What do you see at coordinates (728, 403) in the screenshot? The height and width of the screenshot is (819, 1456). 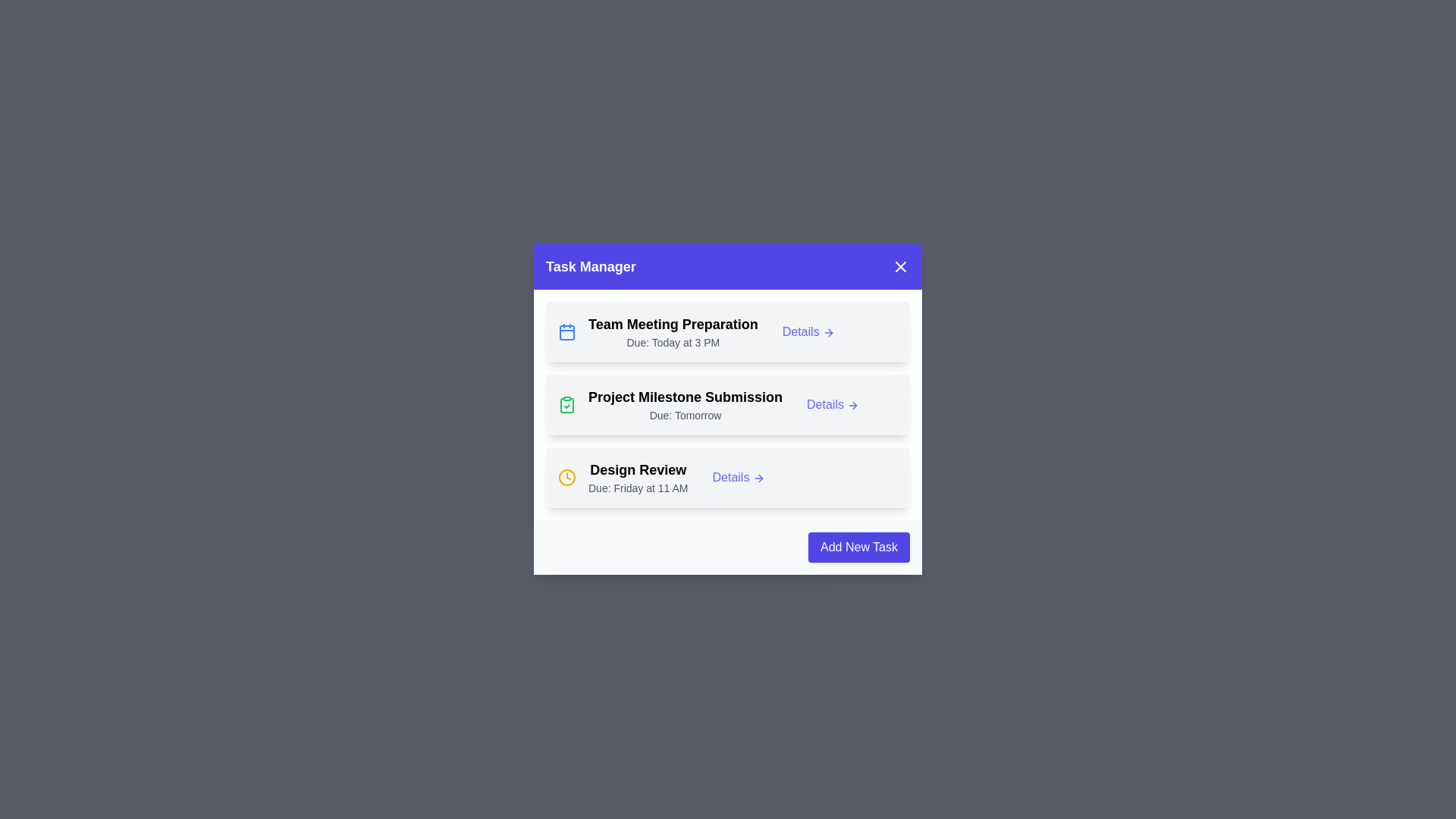 I see `the second task item in the 'Task Manager' modal dialog` at bounding box center [728, 403].